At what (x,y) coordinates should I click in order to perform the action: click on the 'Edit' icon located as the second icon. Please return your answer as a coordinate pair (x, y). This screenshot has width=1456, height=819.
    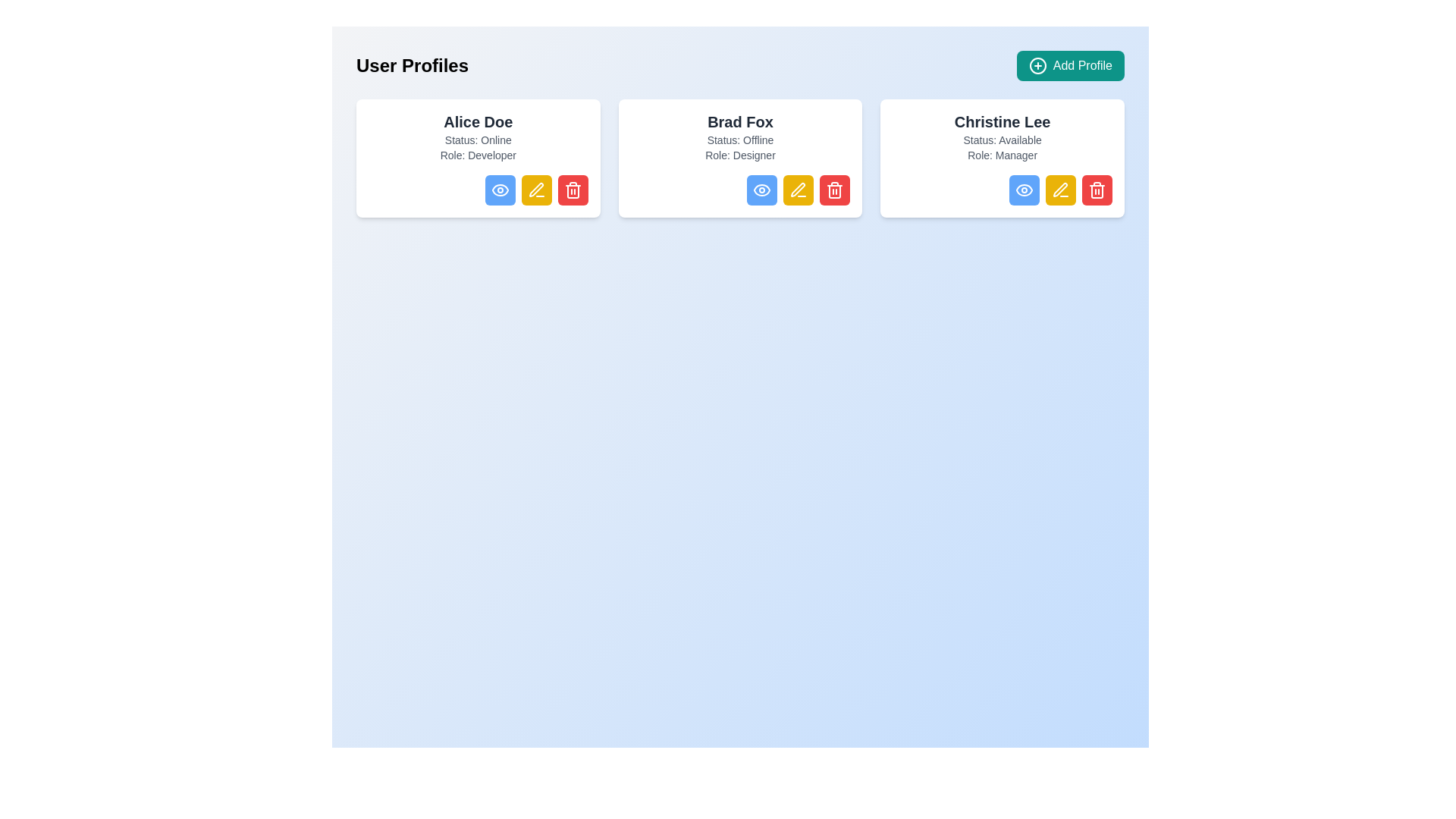
    Looking at the image, I should click on (797, 189).